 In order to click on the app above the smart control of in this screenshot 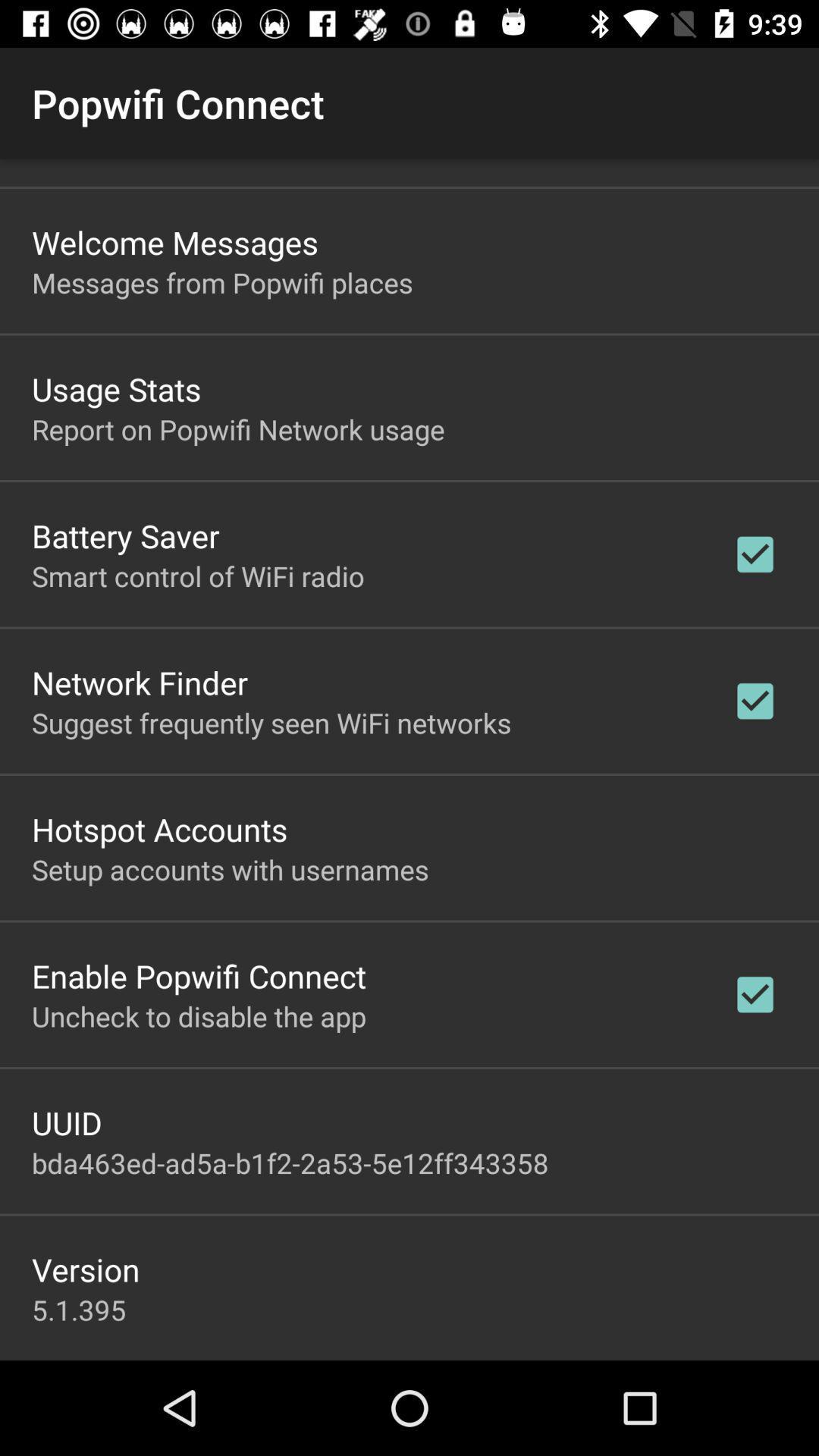, I will do `click(124, 535)`.